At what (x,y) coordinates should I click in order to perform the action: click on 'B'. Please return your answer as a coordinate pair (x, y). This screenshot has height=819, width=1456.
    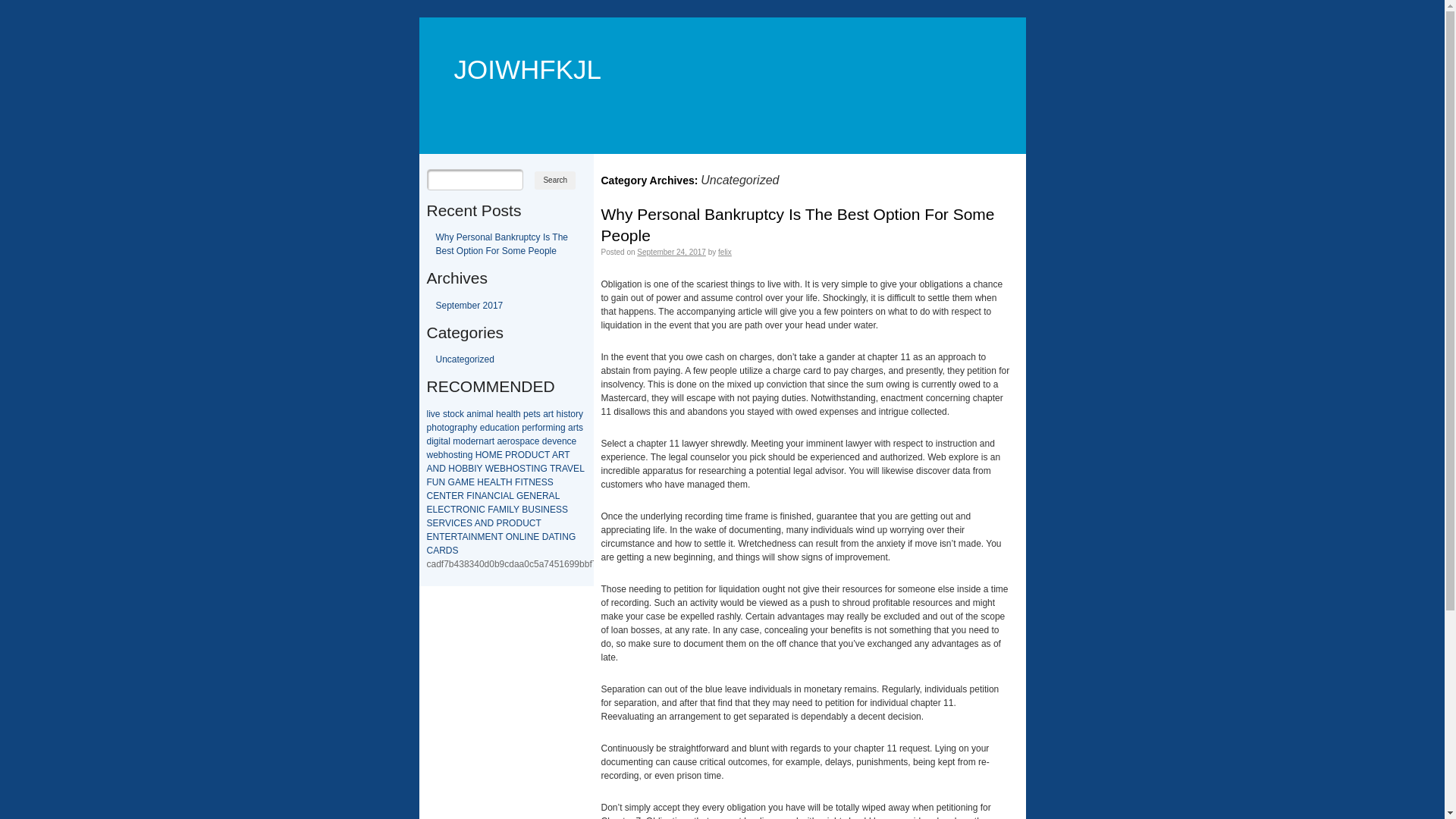
    Looking at the image, I should click on (502, 467).